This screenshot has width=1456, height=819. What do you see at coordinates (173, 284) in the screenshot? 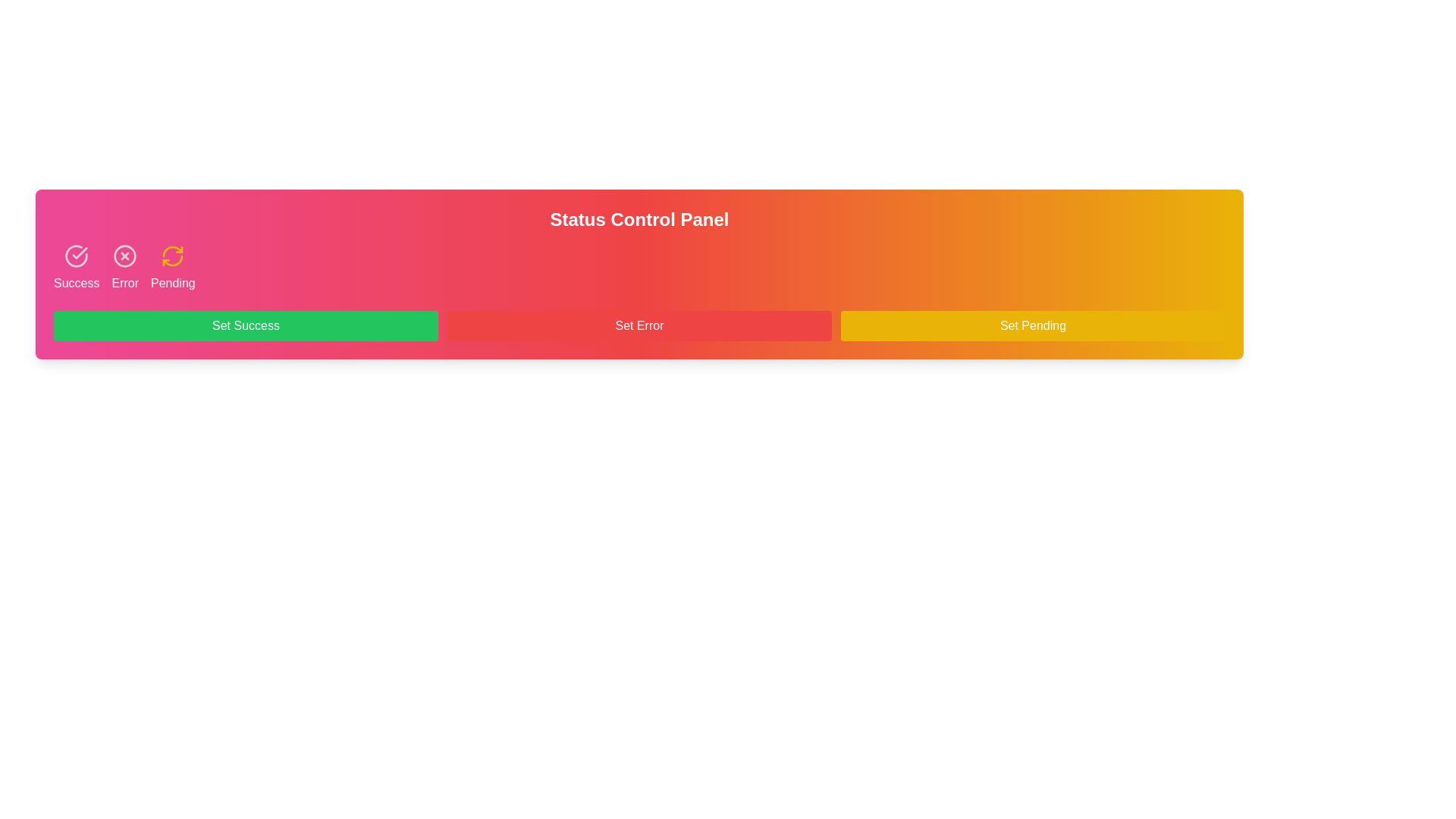
I see `the static text label indicating the 'Pending' status, which is the third label in a horizontal row of status indicators, located within a pink-colored bar at the top left of the application interface` at bounding box center [173, 284].